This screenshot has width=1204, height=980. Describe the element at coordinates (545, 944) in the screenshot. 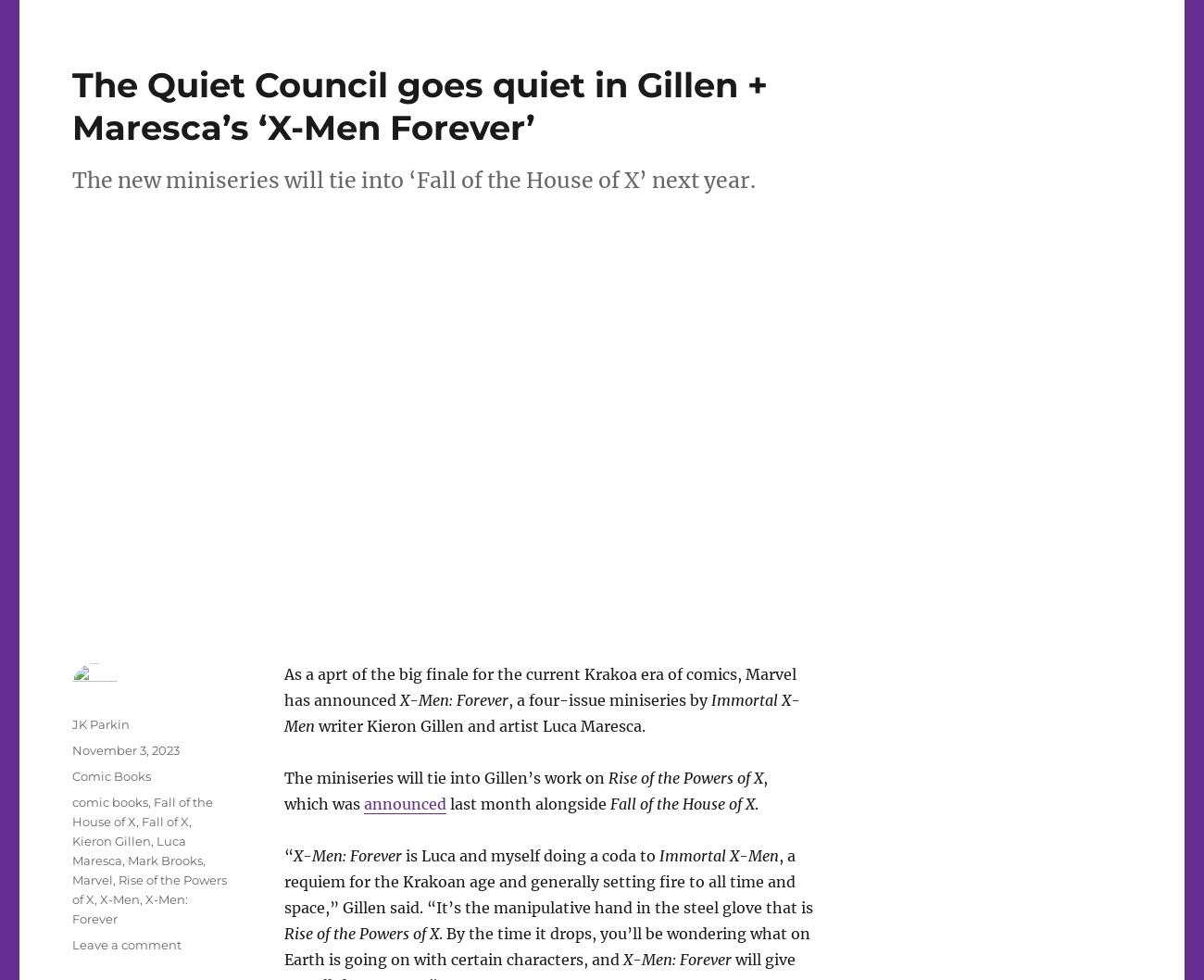

I see `'. By the time it drops, you’ll be wondering what on Earth is going on with certain characters, and'` at that location.